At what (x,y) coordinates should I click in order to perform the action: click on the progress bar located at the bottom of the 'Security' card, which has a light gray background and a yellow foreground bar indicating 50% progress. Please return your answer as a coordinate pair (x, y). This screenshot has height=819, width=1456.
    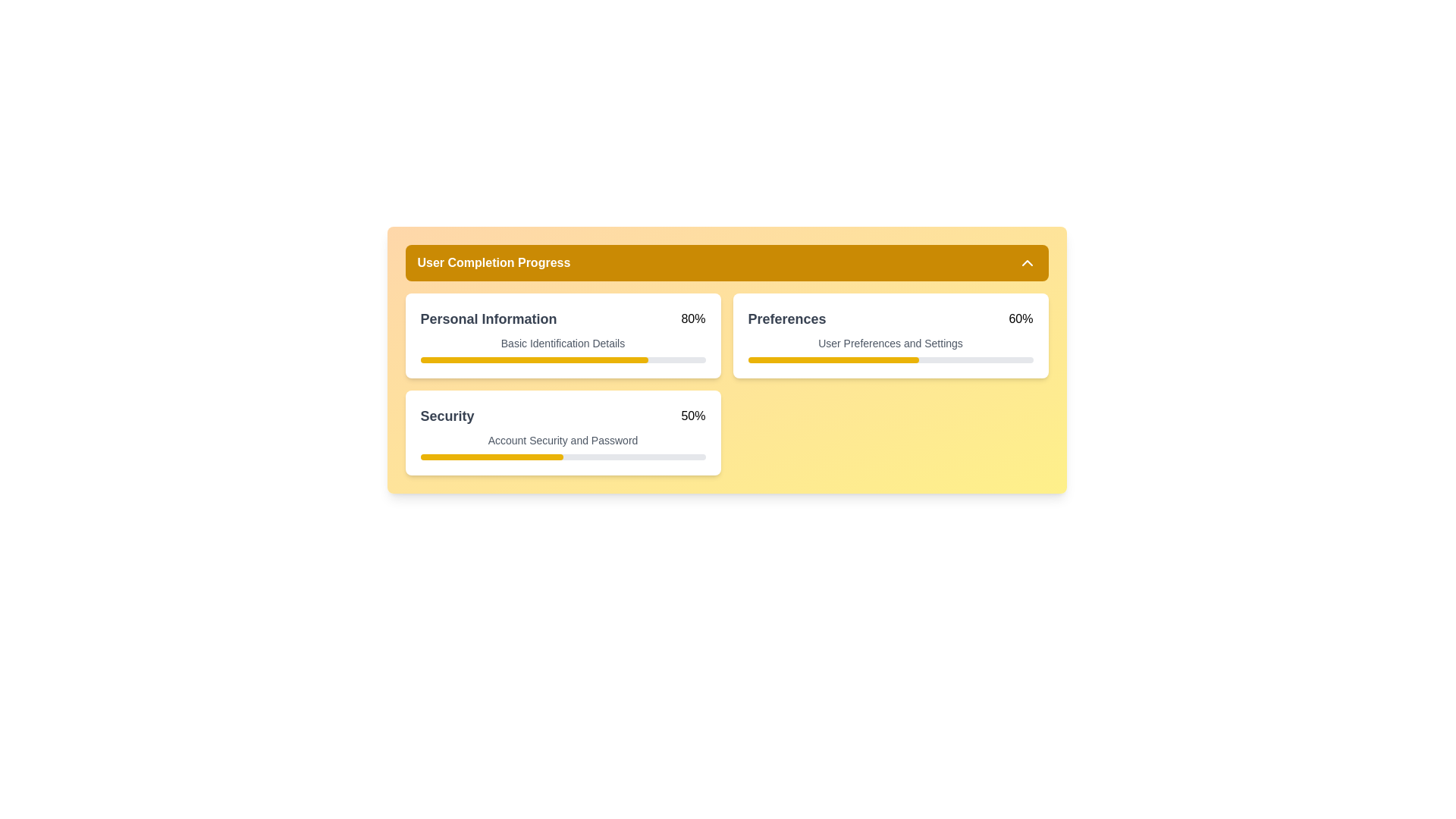
    Looking at the image, I should click on (562, 456).